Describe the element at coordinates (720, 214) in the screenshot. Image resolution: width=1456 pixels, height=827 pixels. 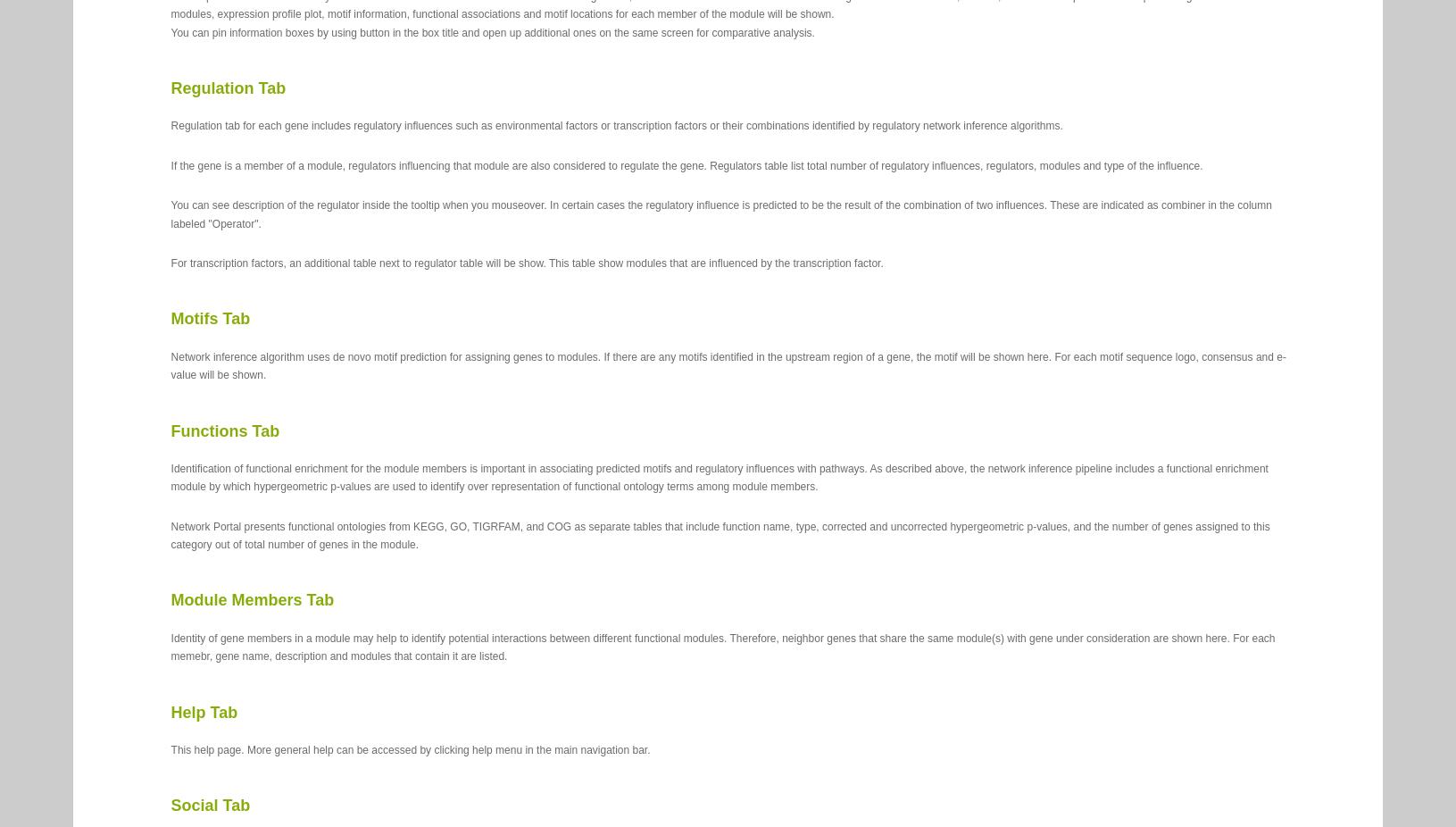
I see `'You can see description of the regulator inside the tooltip when you mouseover. In certain cases the regulatory influence is predicted to be the result of the combination of two influences. These are indicated as combiner in the column labeled "Operator".'` at that location.